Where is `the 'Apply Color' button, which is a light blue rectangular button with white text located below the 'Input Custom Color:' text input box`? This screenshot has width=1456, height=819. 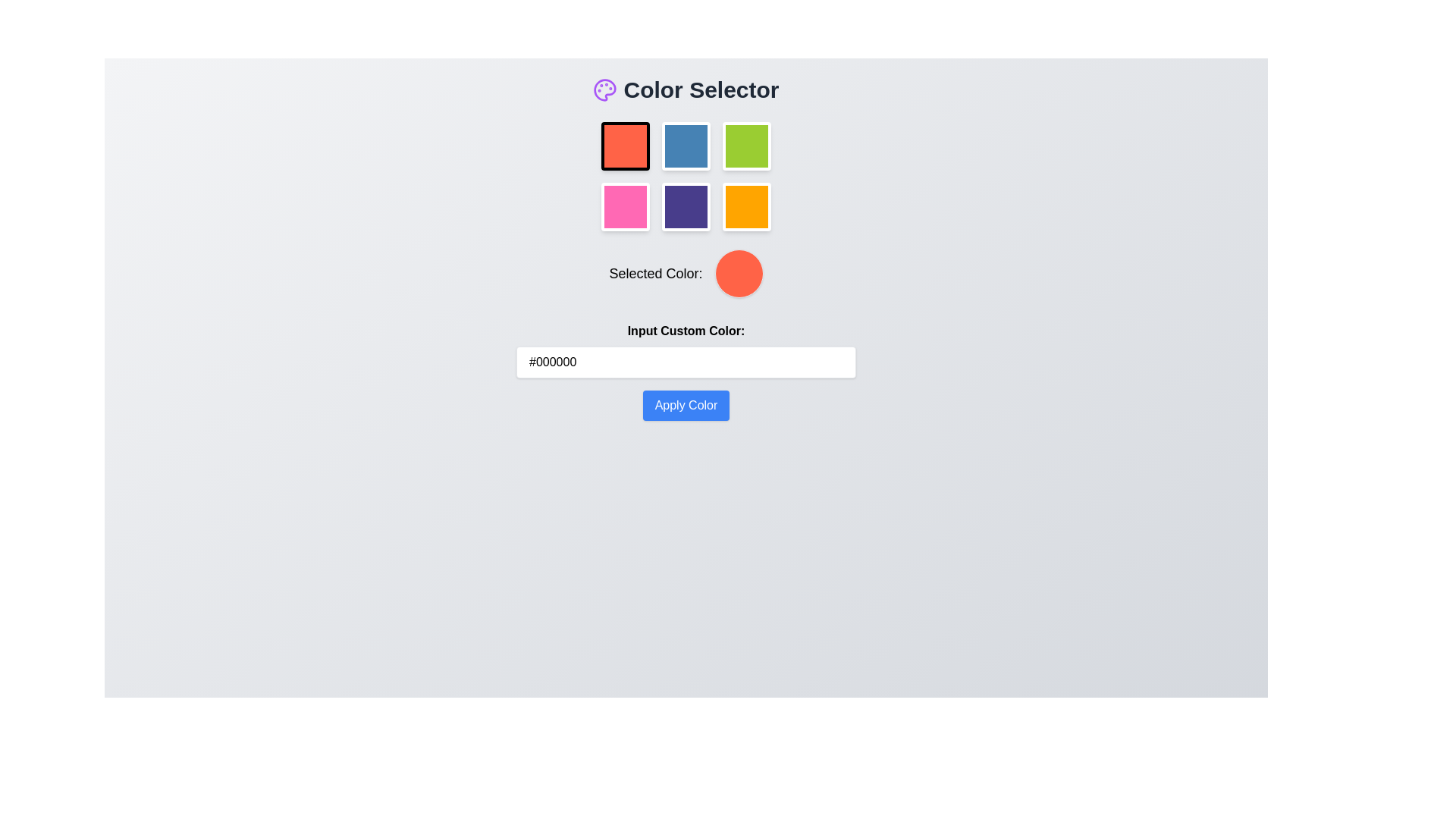 the 'Apply Color' button, which is a light blue rectangular button with white text located below the 'Input Custom Color:' text input box is located at coordinates (685, 405).